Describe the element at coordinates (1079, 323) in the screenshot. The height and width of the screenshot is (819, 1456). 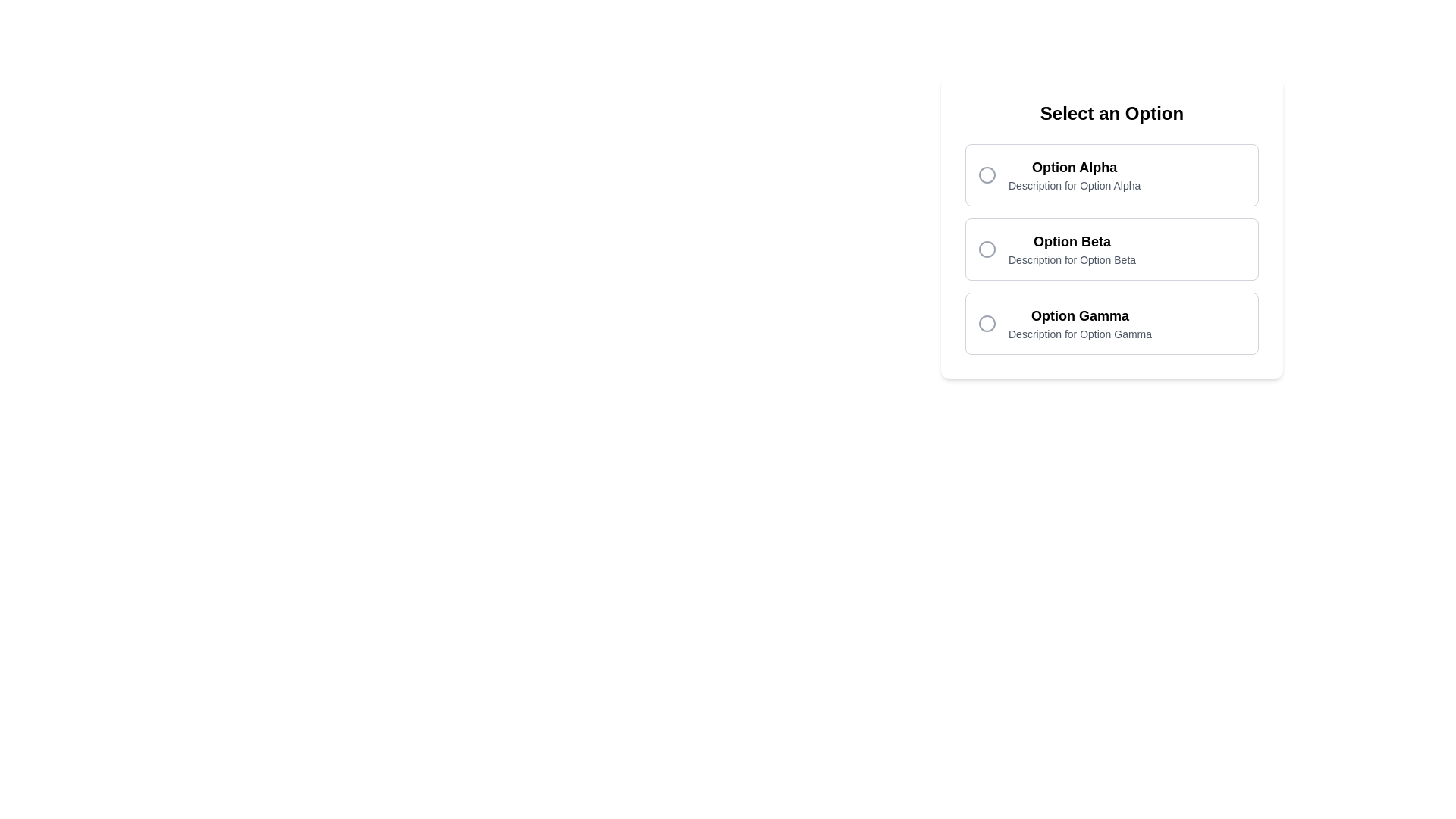
I see `the text label providing descriptive text for 'Option Gamma' in the third option box of the vertical list` at that location.